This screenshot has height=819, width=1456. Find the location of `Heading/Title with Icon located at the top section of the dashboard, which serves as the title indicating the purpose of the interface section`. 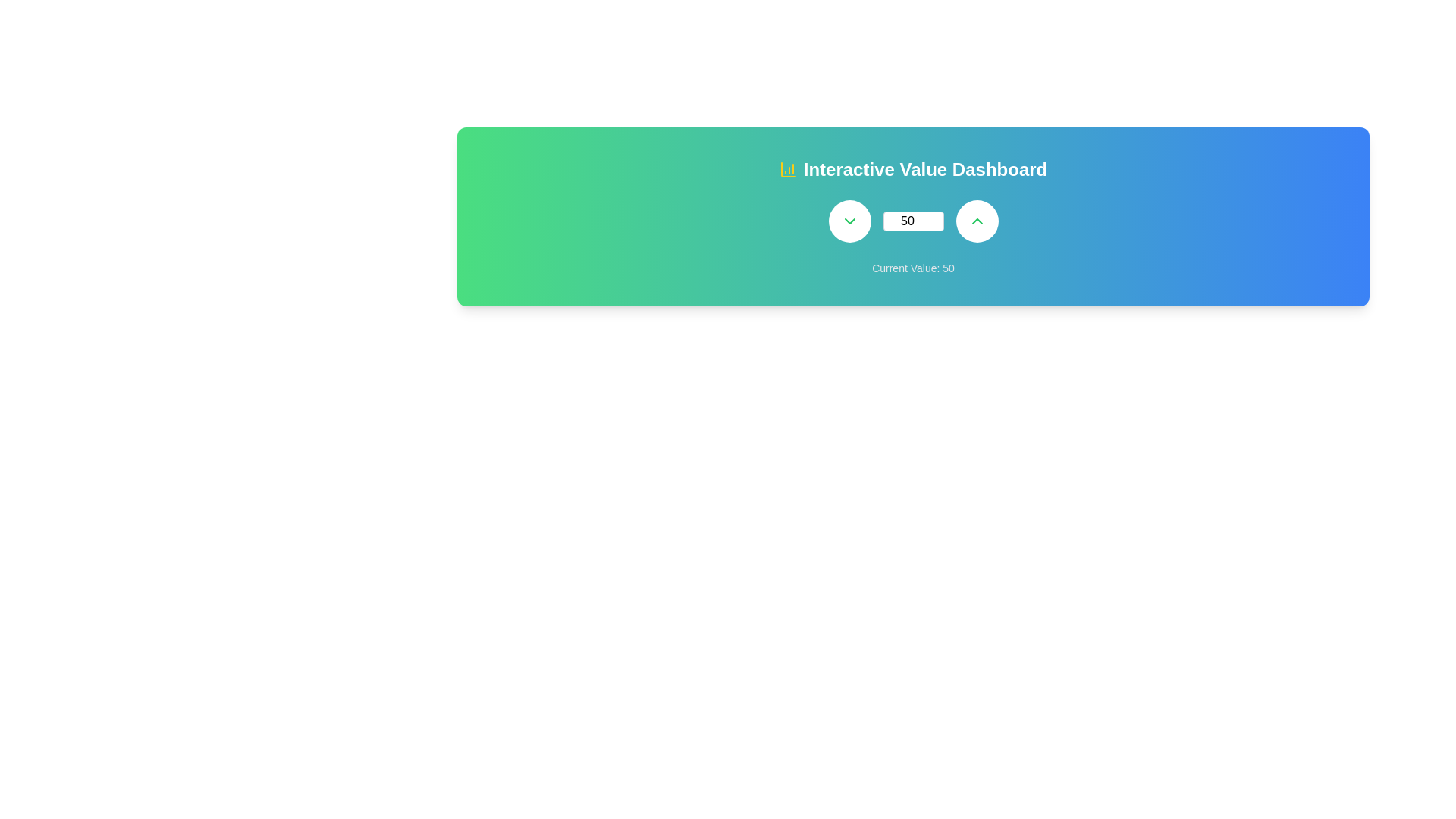

Heading/Title with Icon located at the top section of the dashboard, which serves as the title indicating the purpose of the interface section is located at coordinates (912, 169).